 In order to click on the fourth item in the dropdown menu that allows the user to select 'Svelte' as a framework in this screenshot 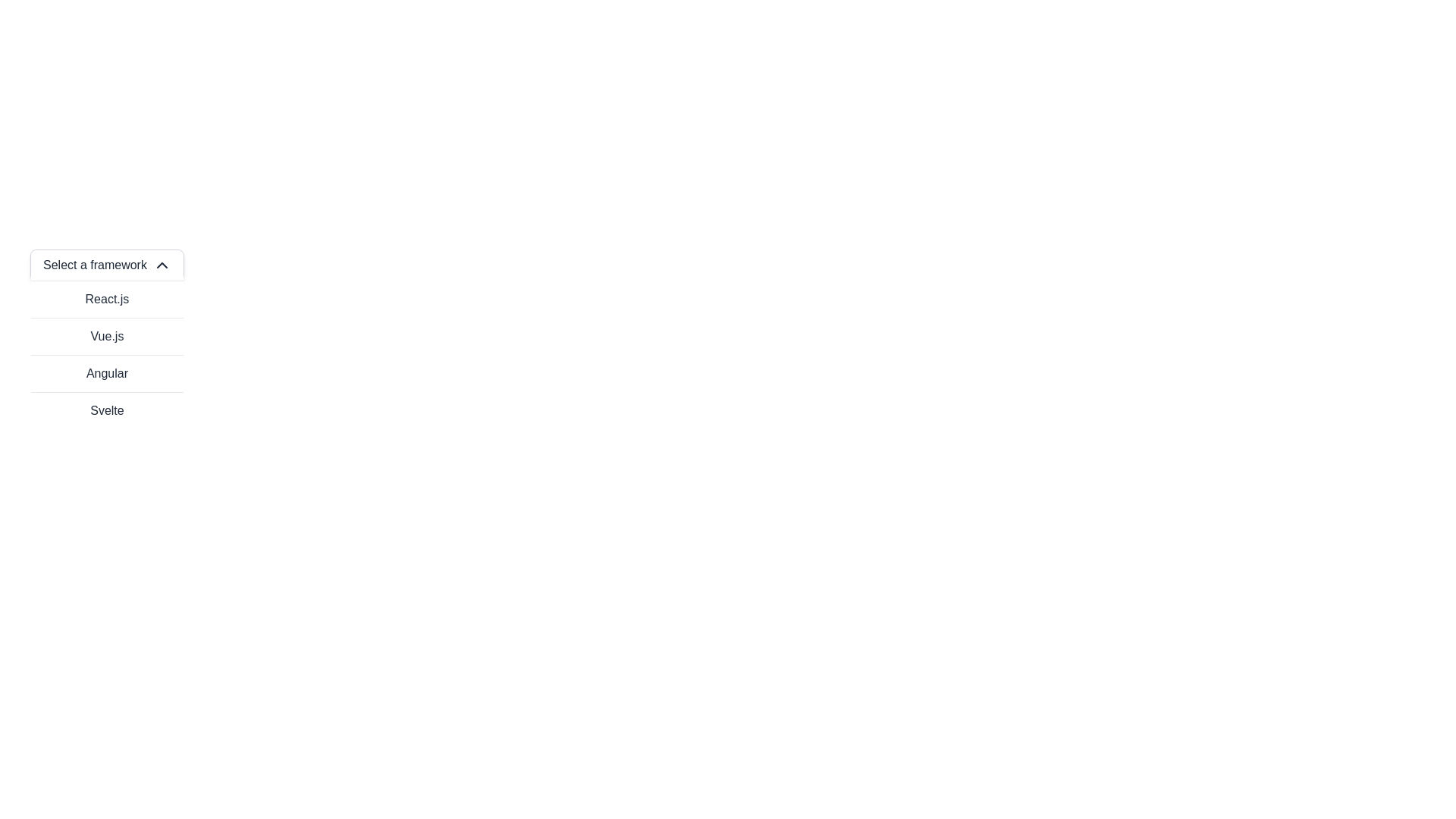, I will do `click(106, 410)`.